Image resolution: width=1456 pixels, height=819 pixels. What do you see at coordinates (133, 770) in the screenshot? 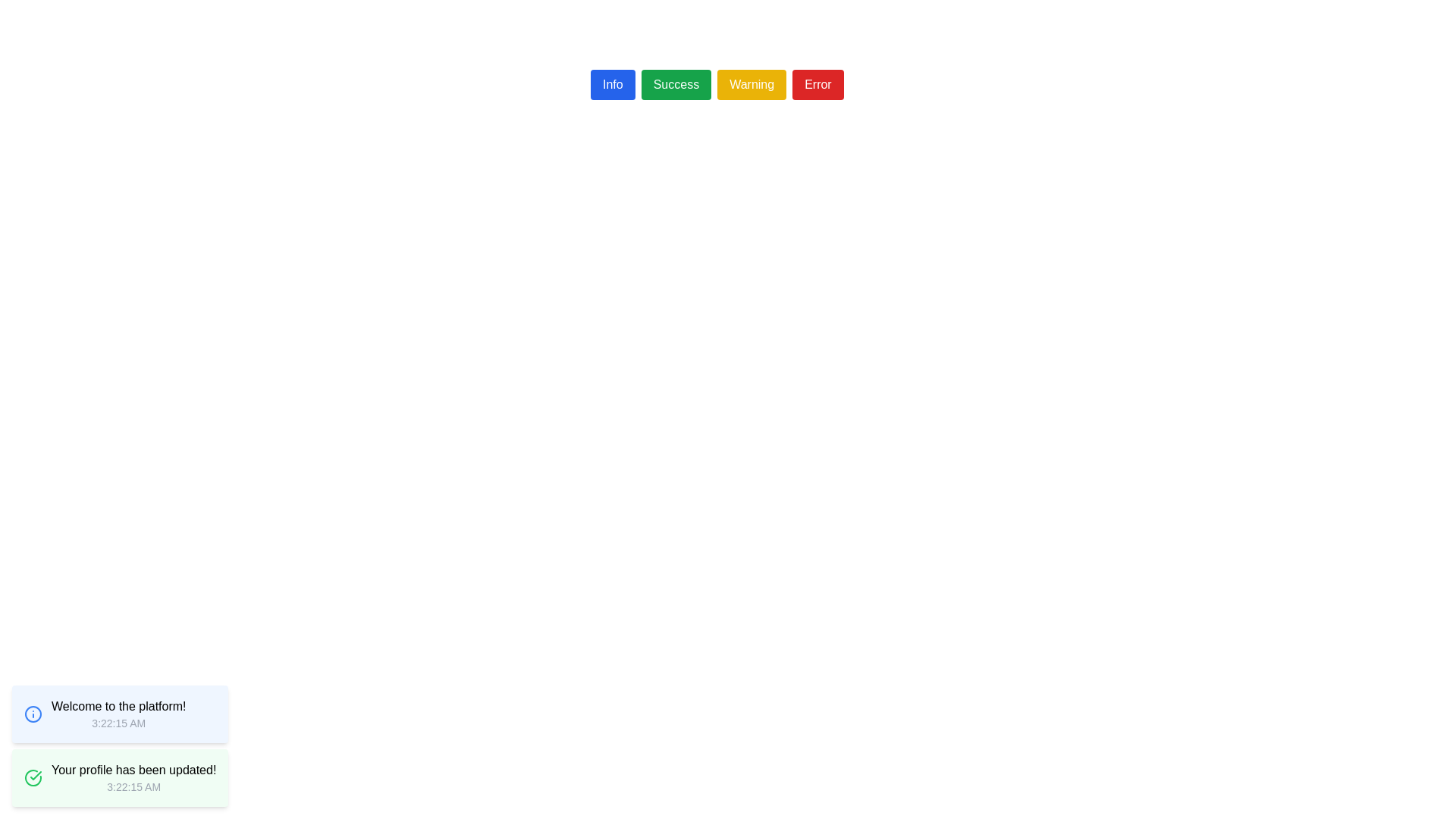
I see `the text label in the green notification box at the bottom-left region to check interaction for the message indicating that the profile has been successfully updated` at bounding box center [133, 770].